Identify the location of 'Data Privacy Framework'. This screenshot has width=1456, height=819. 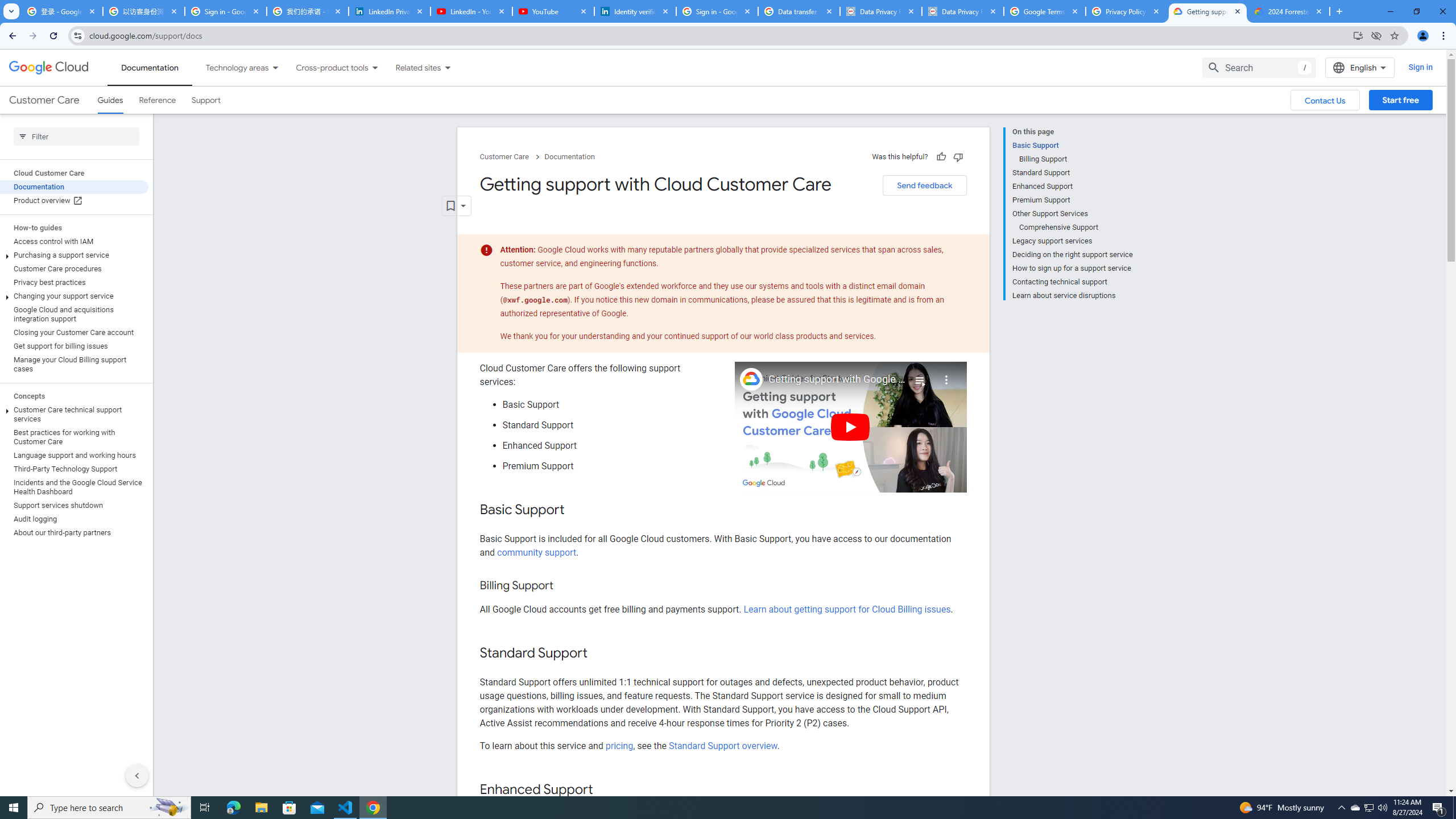
(962, 11).